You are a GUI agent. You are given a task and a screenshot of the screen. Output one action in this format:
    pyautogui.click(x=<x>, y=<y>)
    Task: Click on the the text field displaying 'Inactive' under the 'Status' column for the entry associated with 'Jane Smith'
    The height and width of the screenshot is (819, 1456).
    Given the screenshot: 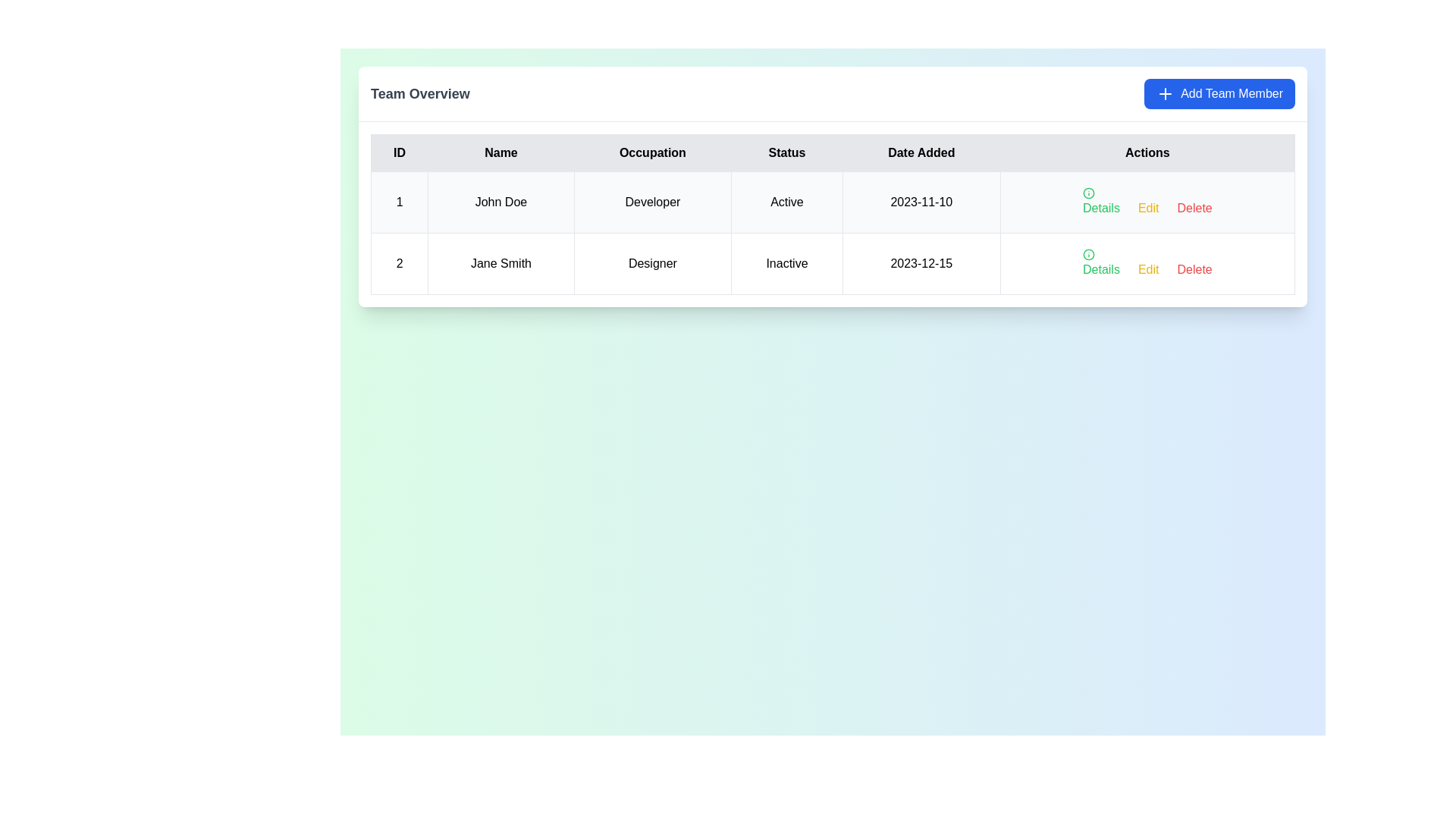 What is the action you would take?
    pyautogui.click(x=786, y=262)
    